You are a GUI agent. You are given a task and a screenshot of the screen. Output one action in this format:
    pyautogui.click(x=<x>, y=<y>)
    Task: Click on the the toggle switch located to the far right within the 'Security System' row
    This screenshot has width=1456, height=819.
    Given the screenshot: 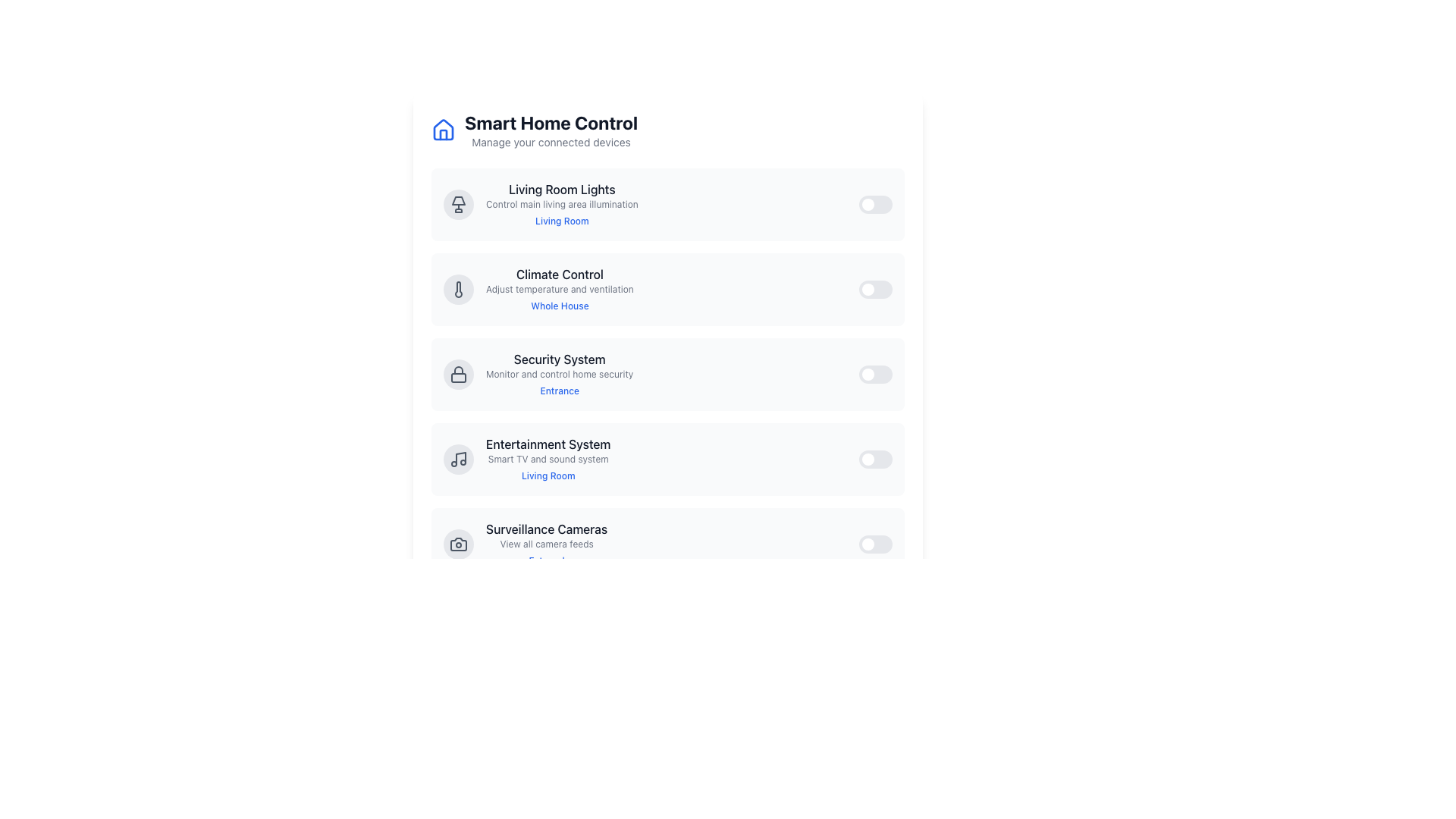 What is the action you would take?
    pyautogui.click(x=876, y=374)
    